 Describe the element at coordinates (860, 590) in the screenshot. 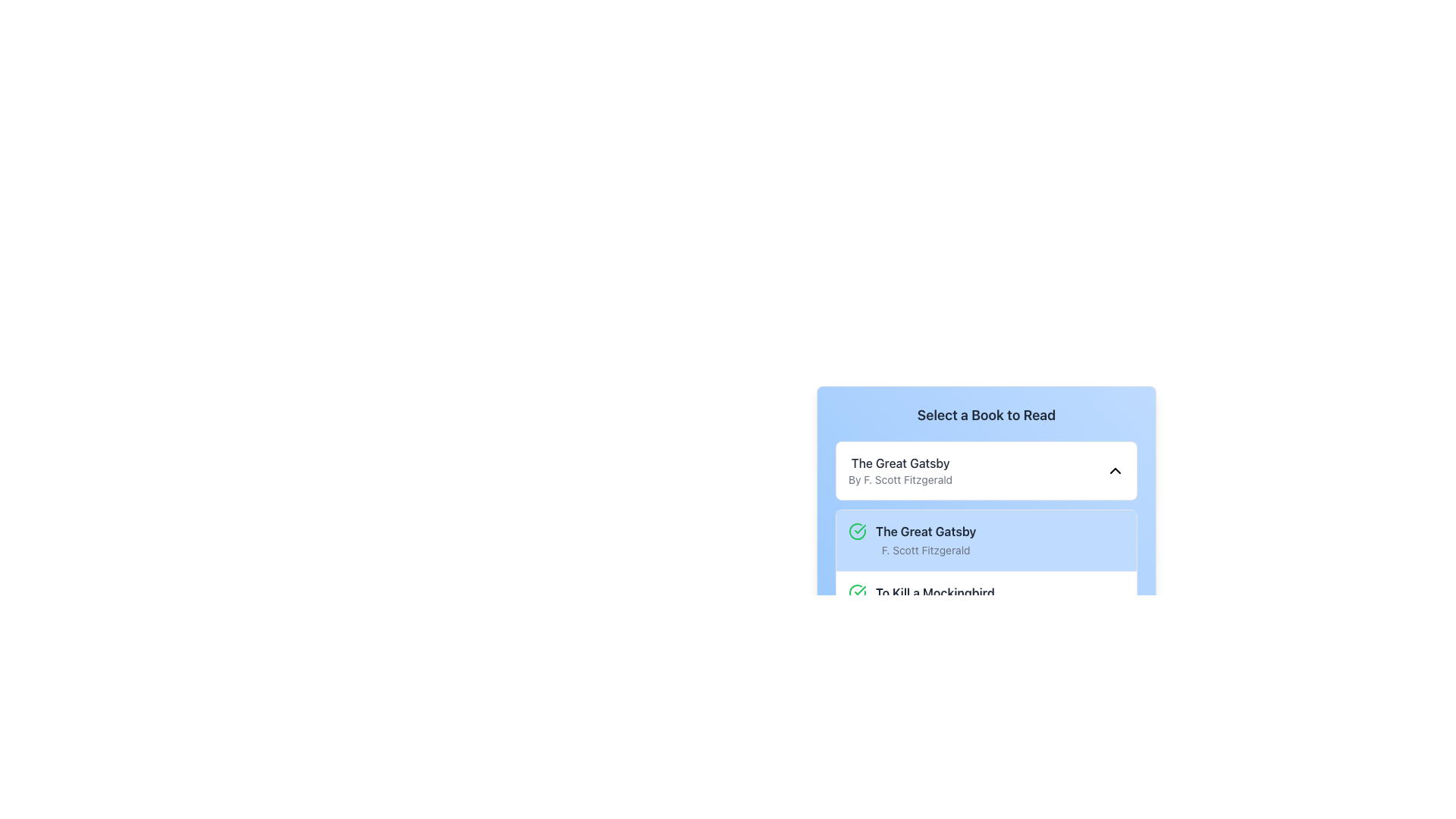

I see `the selection indicator icon for the second list item, which corresponds to 'The Great Gatsby' in the book selection dropdown` at that location.